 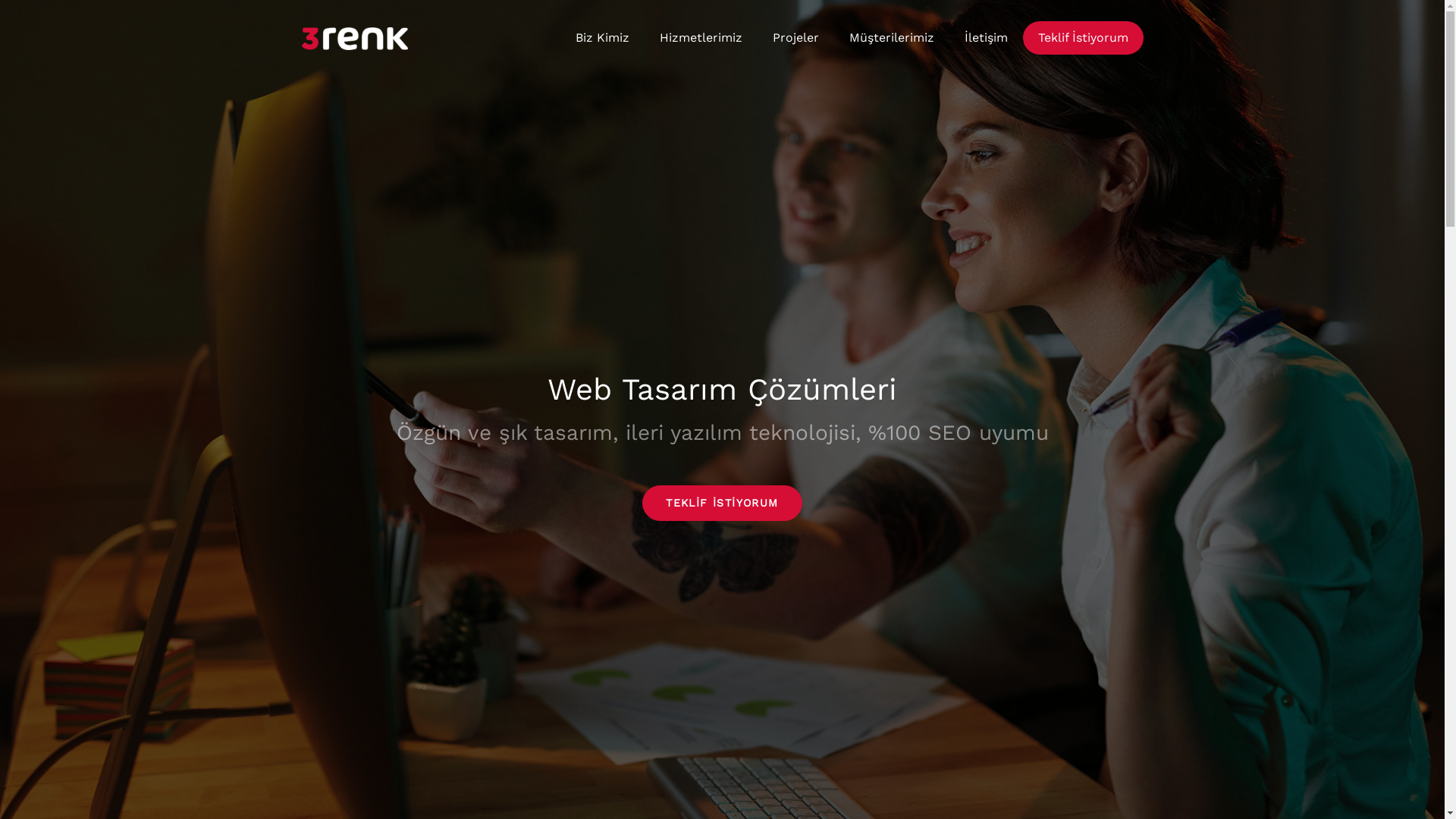 I want to click on 'Hizmetlerimiz', so click(x=644, y=37).